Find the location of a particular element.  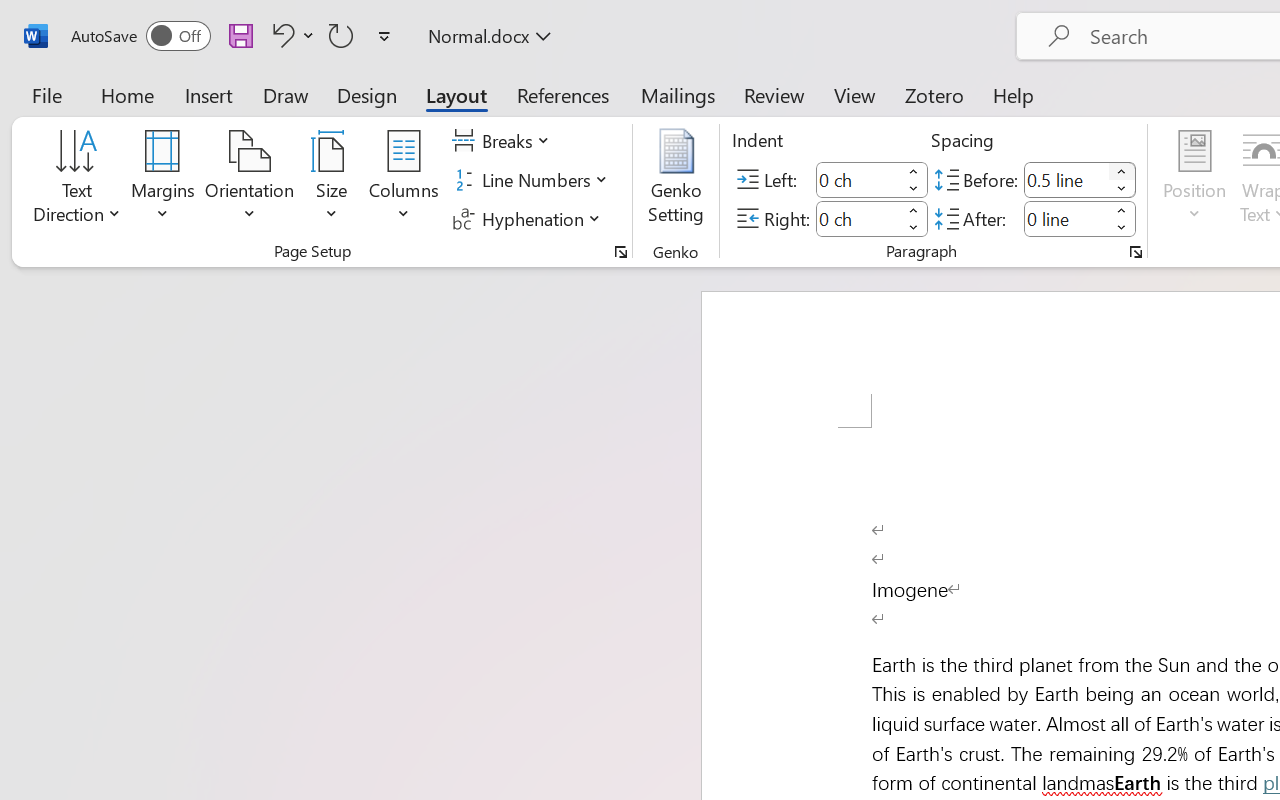

'Position' is located at coordinates (1194, 179).